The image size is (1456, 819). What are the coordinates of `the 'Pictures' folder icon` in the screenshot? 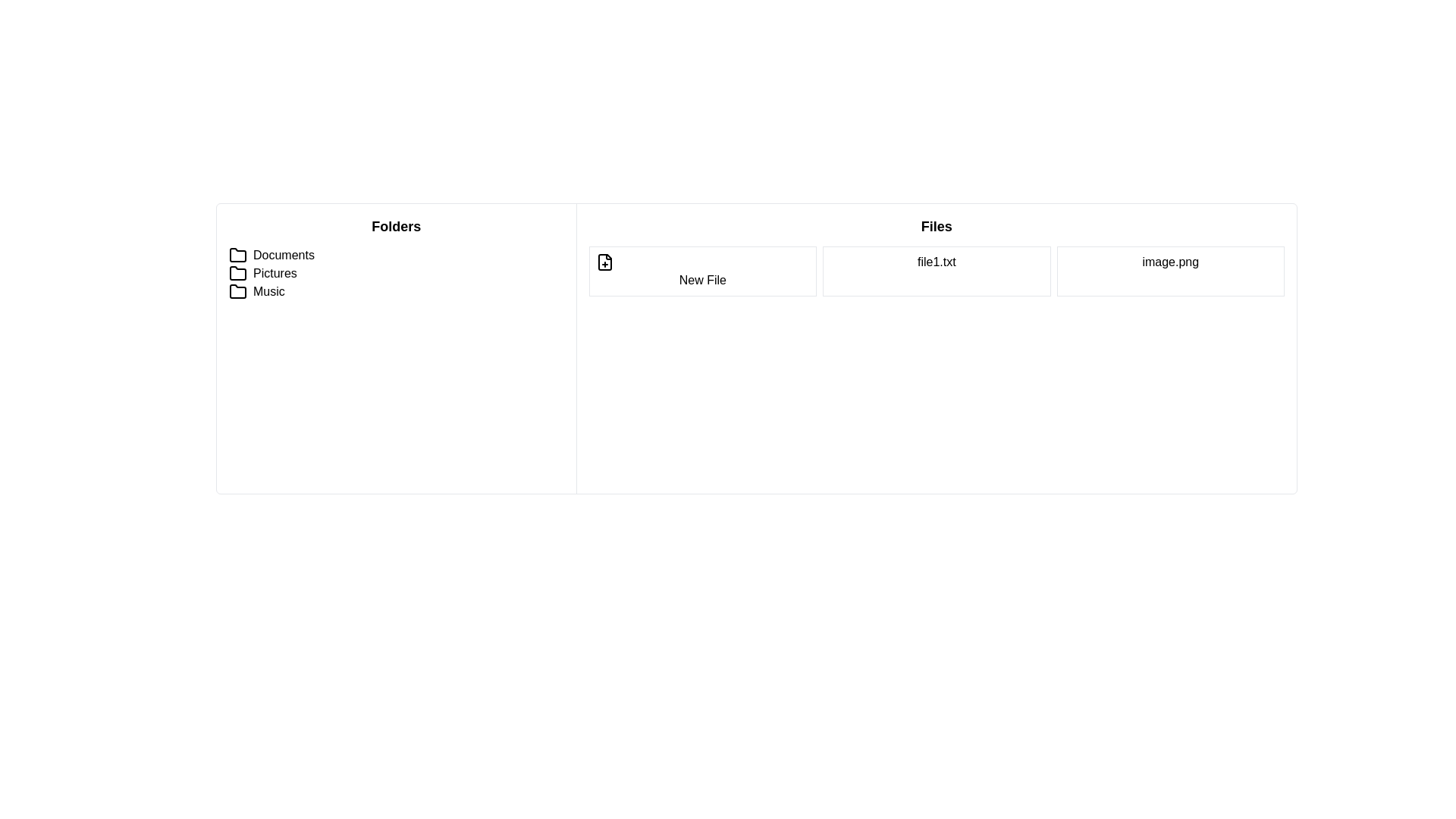 It's located at (237, 274).